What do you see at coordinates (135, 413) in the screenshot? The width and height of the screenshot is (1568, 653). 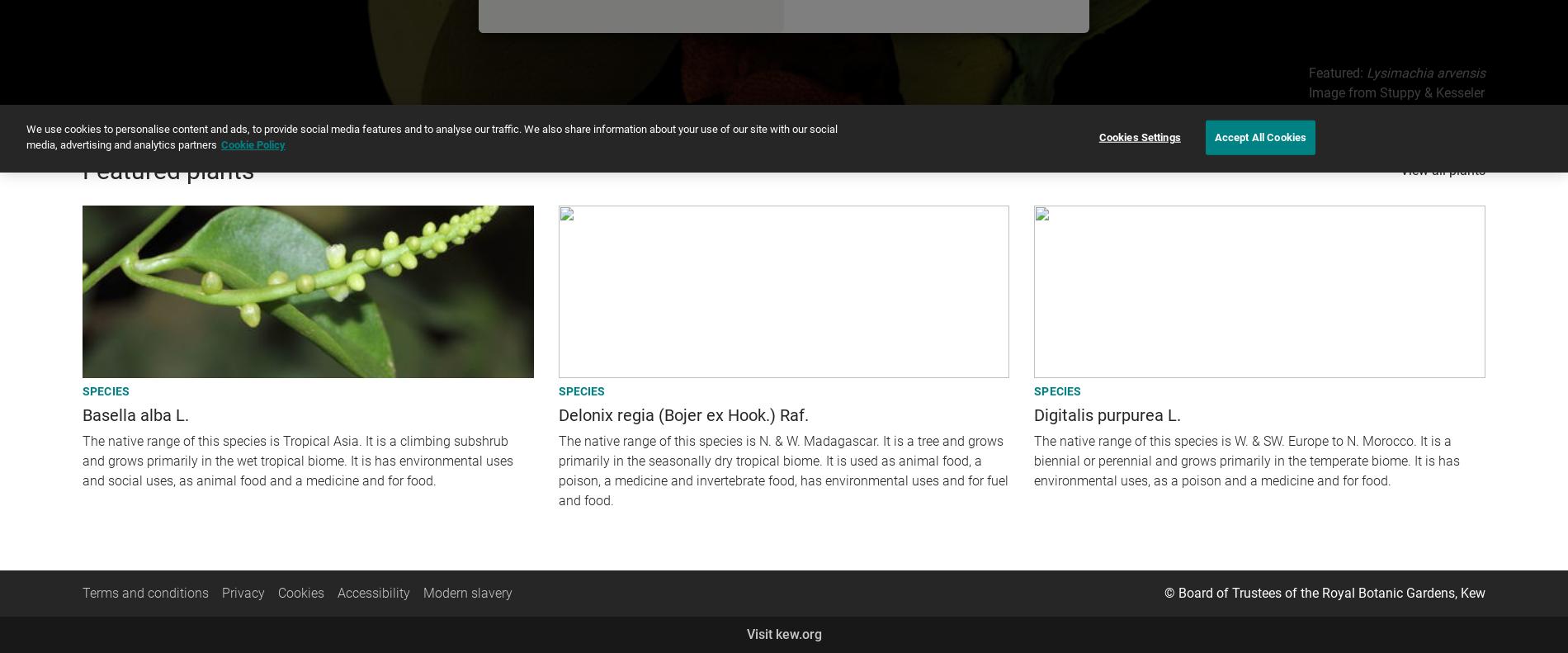 I see `'Basella alba L.'` at bounding box center [135, 413].